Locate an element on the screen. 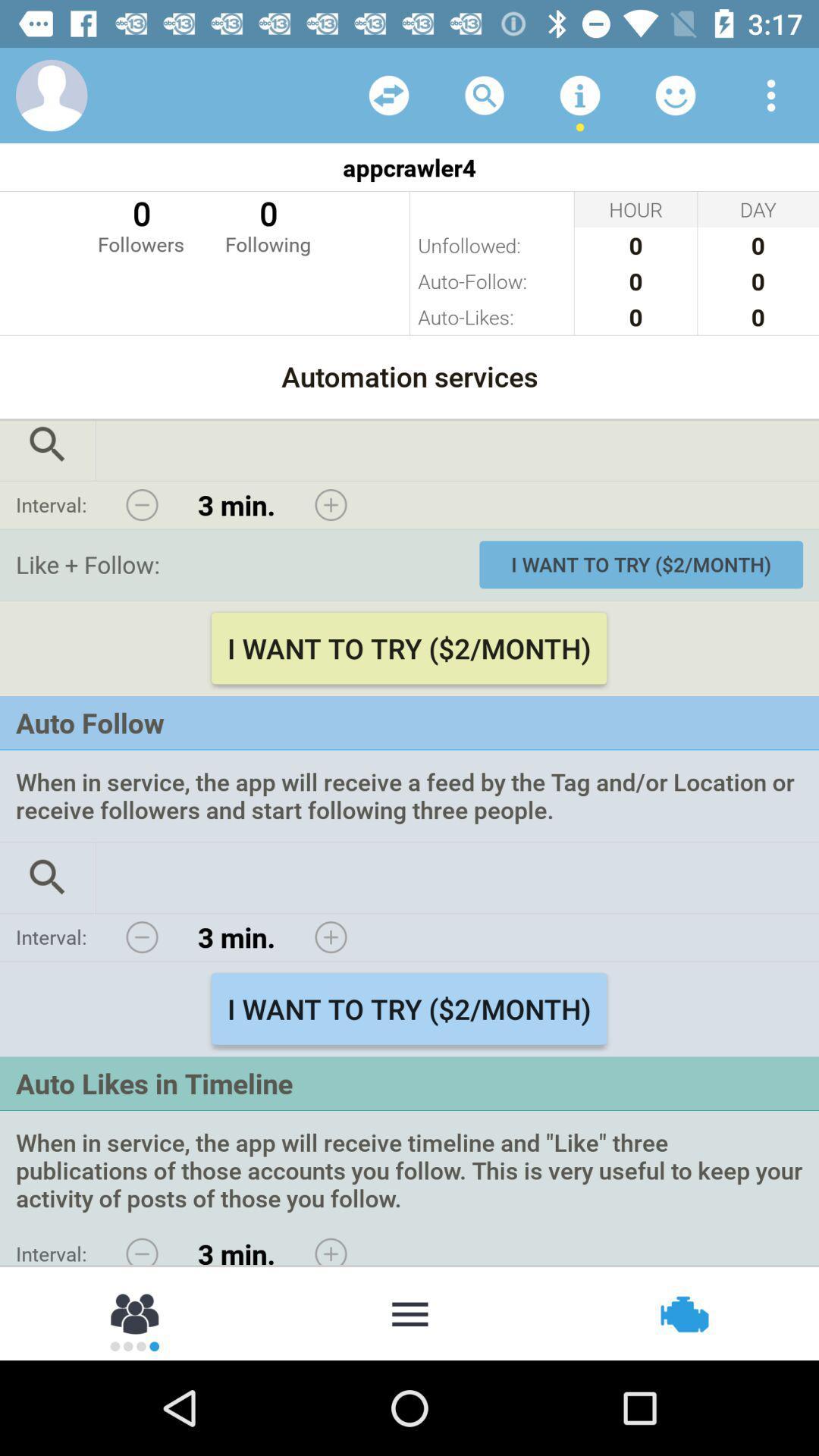 The width and height of the screenshot is (819, 1456). gives more options for actions is located at coordinates (409, 1312).